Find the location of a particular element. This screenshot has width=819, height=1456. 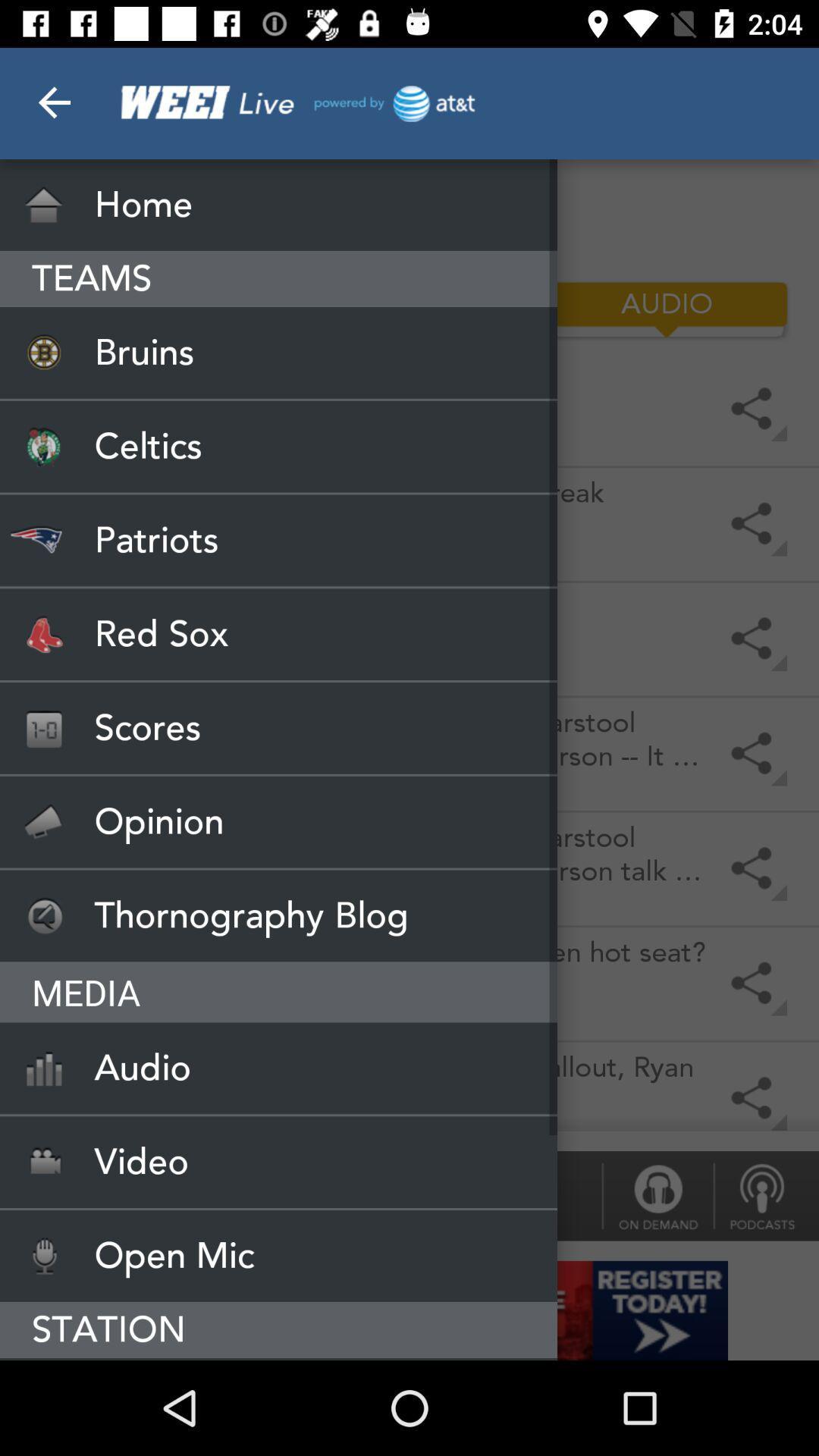

scores item is located at coordinates (278, 728).